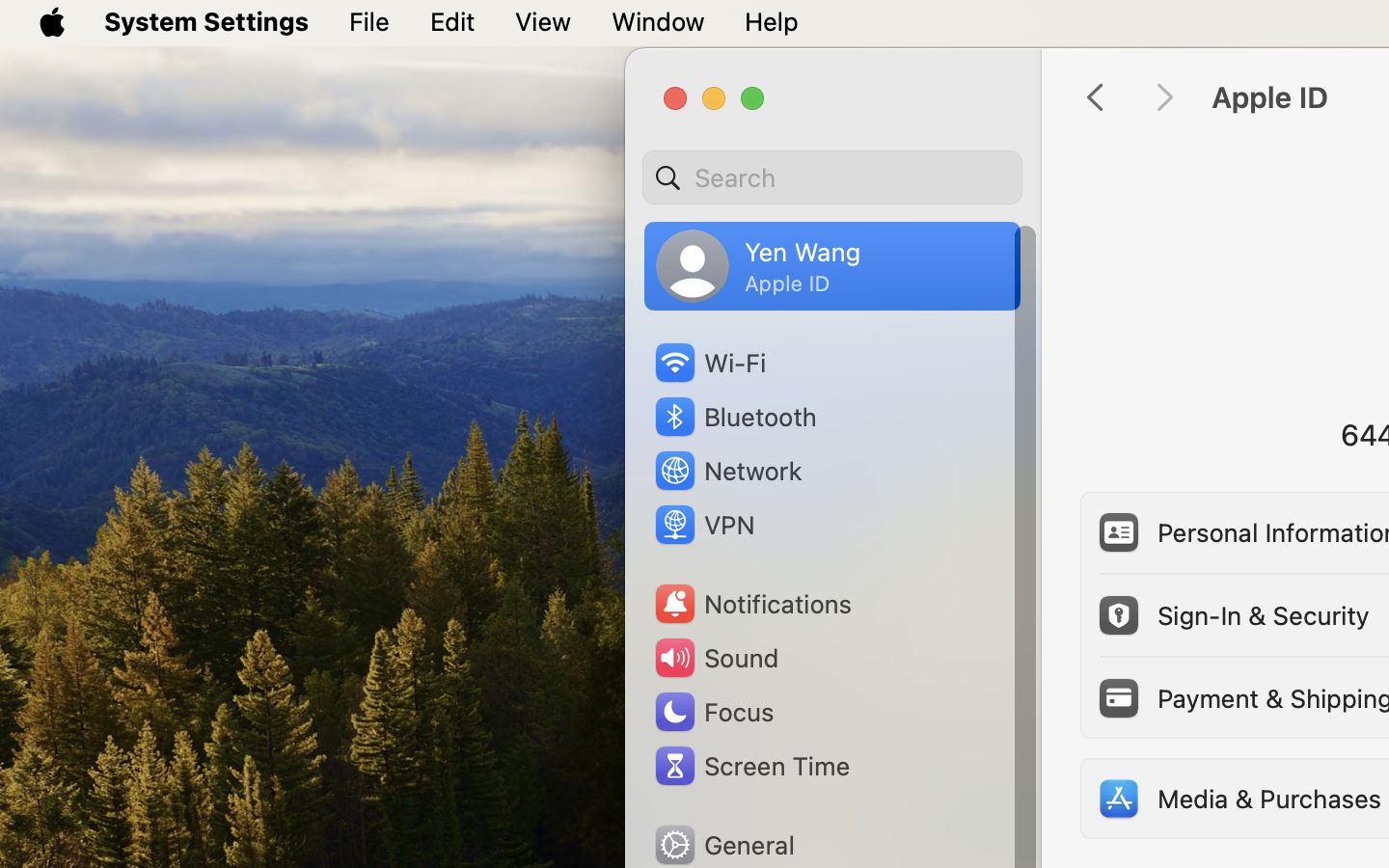 The image size is (1389, 868). What do you see at coordinates (712, 711) in the screenshot?
I see `'Focus'` at bounding box center [712, 711].